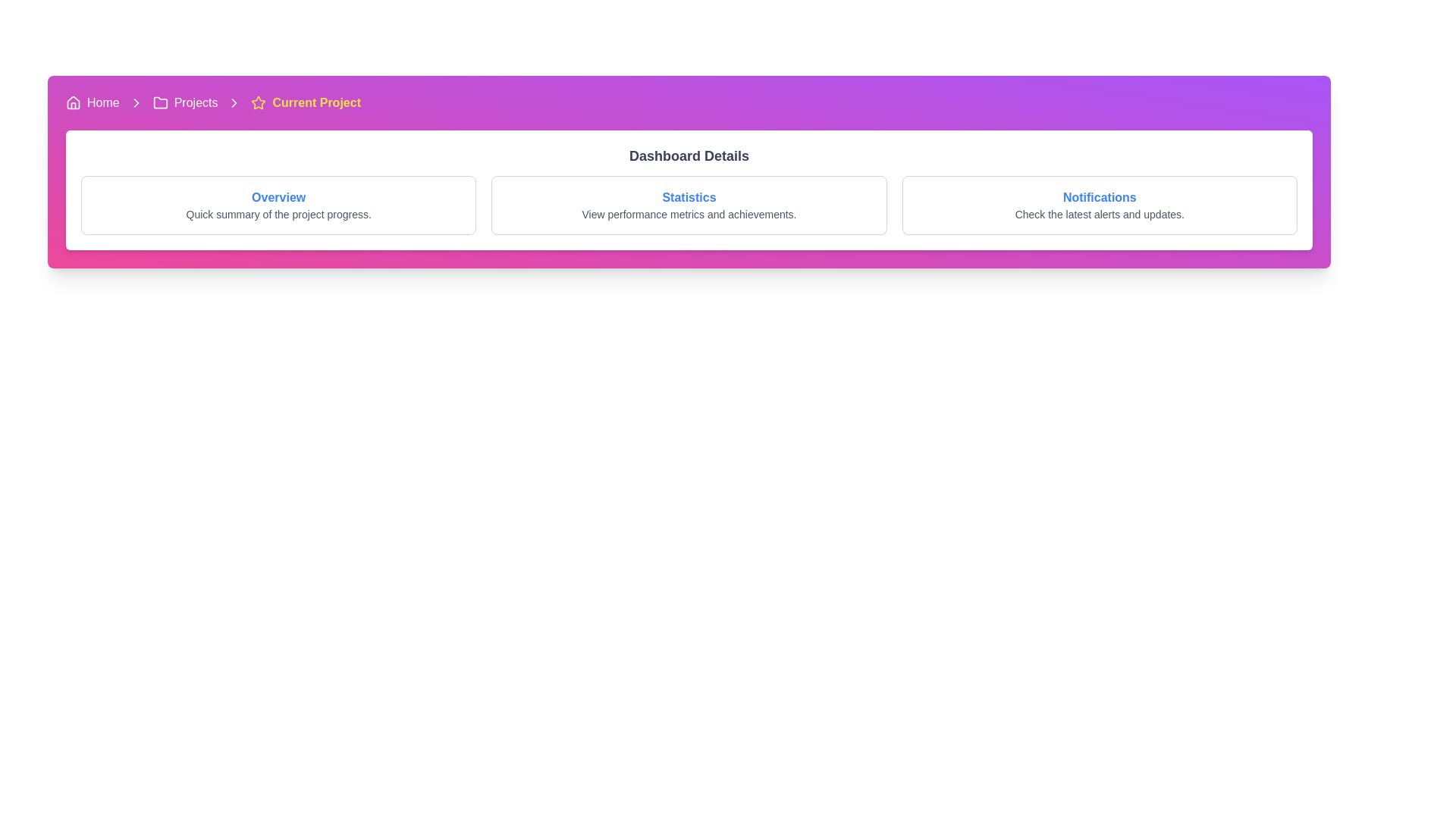 The height and width of the screenshot is (819, 1456). Describe the element at coordinates (688, 197) in the screenshot. I see `blue-bolded text label displaying 'Statistics', which serves as the headline of its section, to understand the section's purpose` at that location.